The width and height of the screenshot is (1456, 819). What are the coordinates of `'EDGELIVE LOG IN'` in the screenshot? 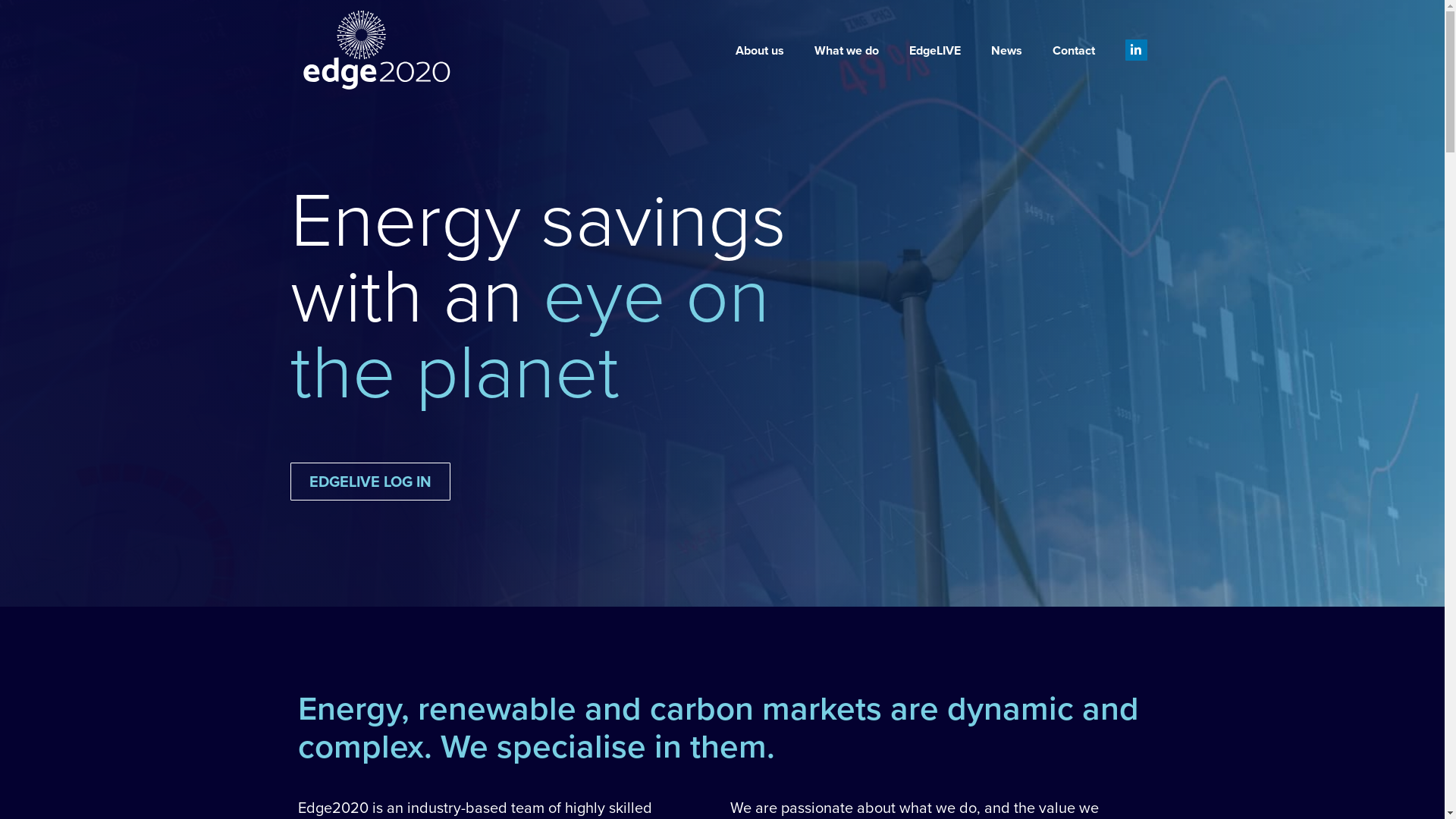 It's located at (369, 482).